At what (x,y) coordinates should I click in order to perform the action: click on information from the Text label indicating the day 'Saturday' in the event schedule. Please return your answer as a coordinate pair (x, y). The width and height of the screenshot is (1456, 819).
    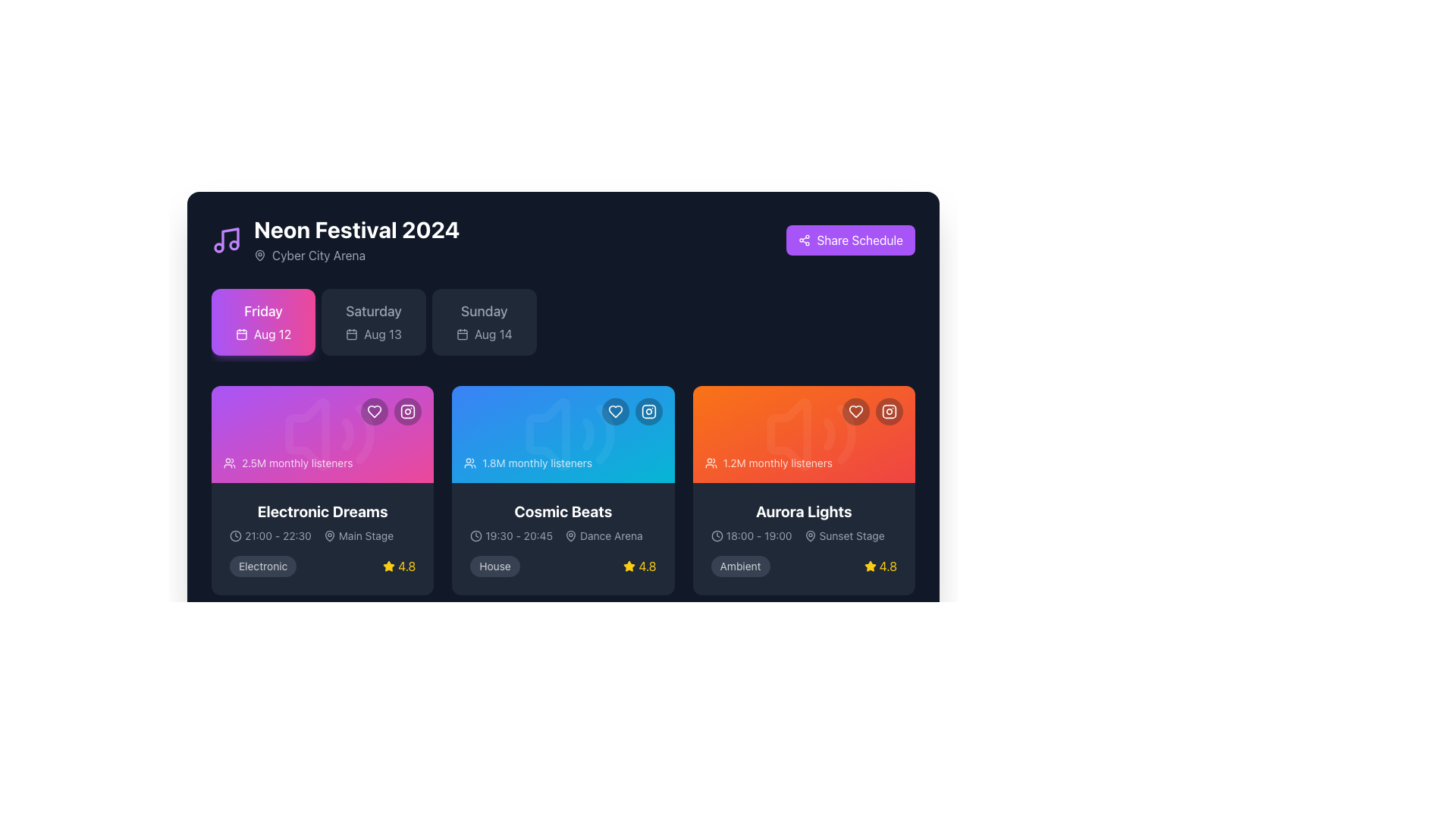
    Looking at the image, I should click on (374, 311).